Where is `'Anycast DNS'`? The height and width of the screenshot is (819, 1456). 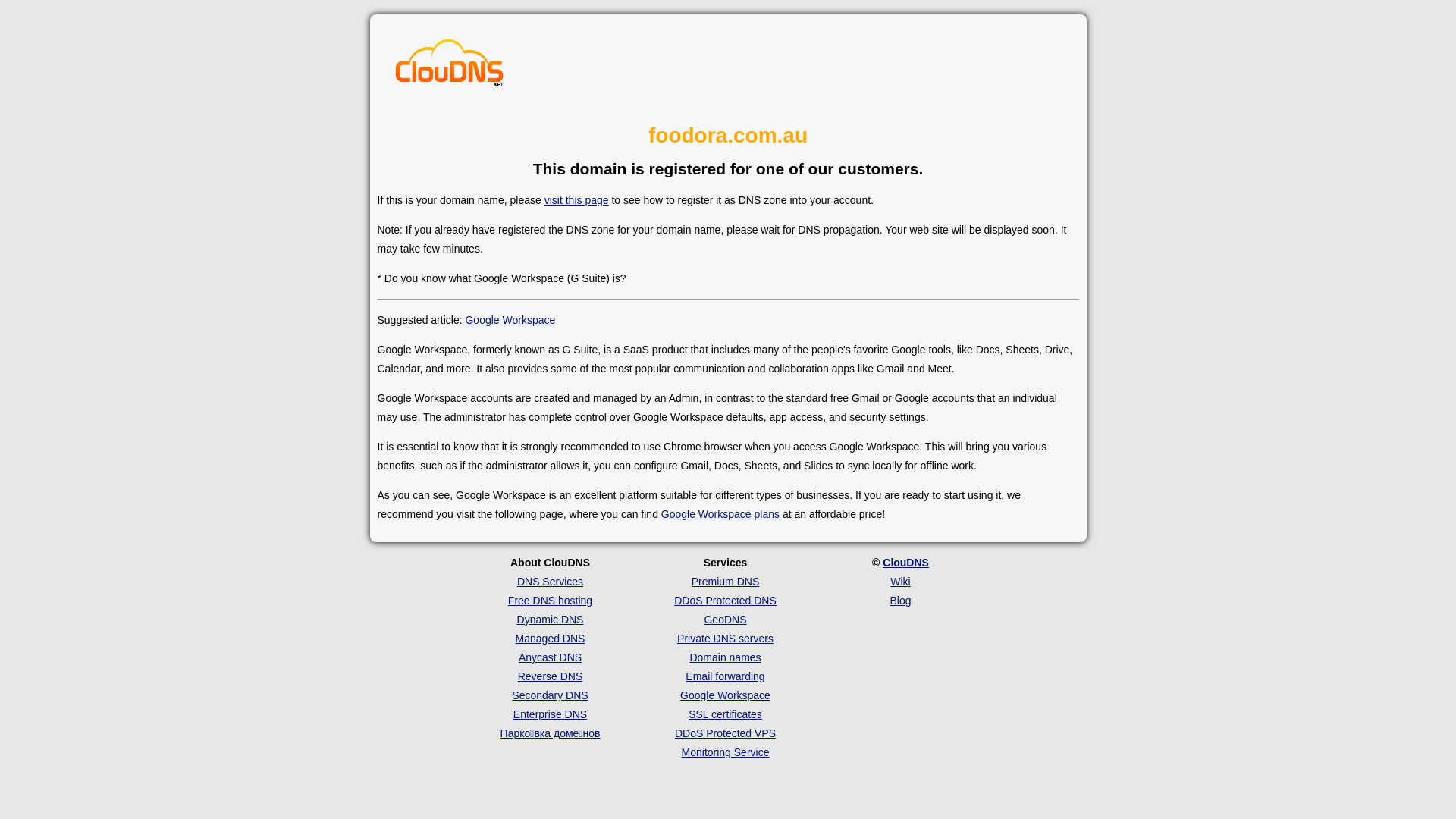 'Anycast DNS' is located at coordinates (549, 657).